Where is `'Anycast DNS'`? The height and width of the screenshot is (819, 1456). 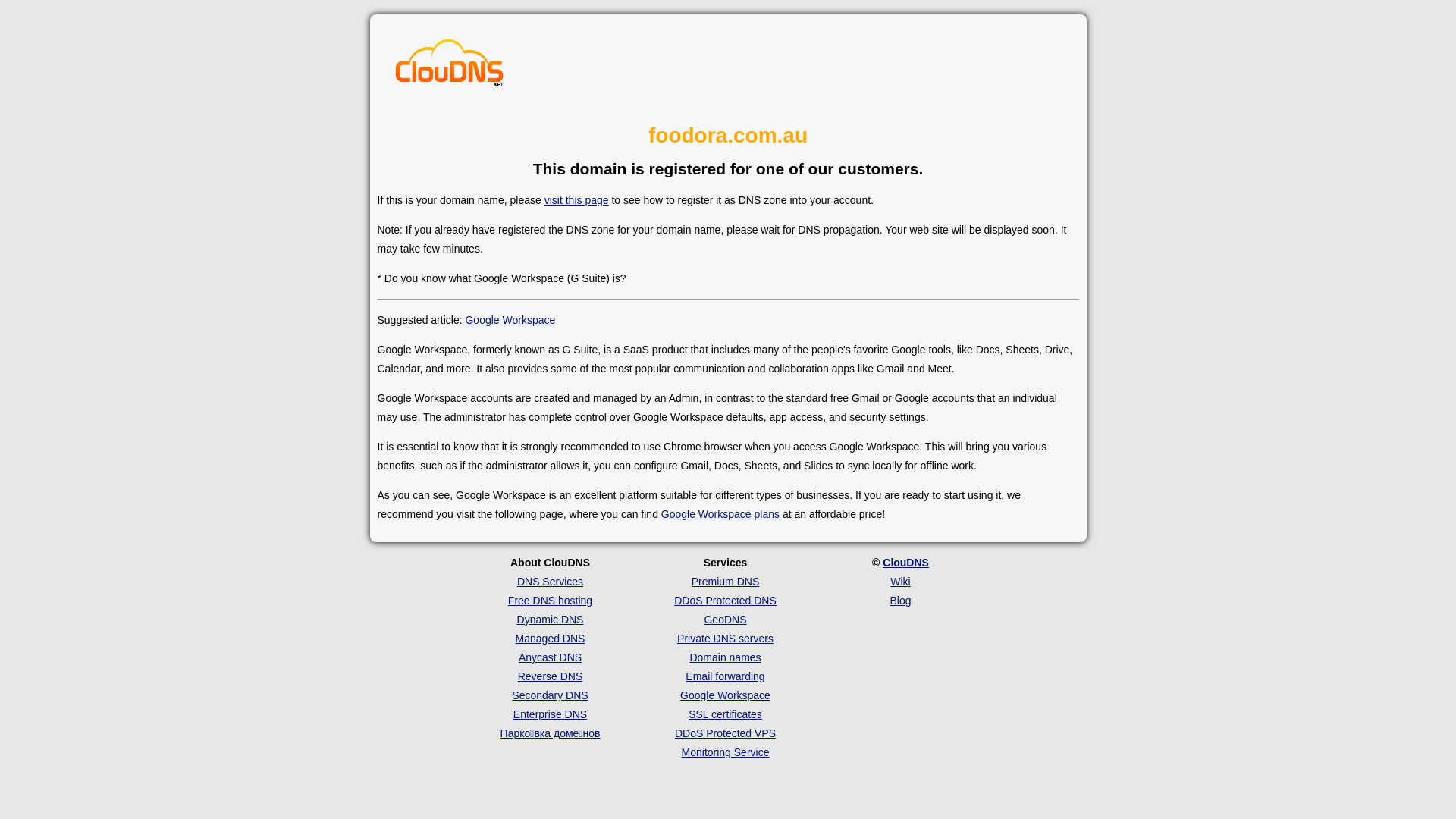 'Anycast DNS' is located at coordinates (549, 657).